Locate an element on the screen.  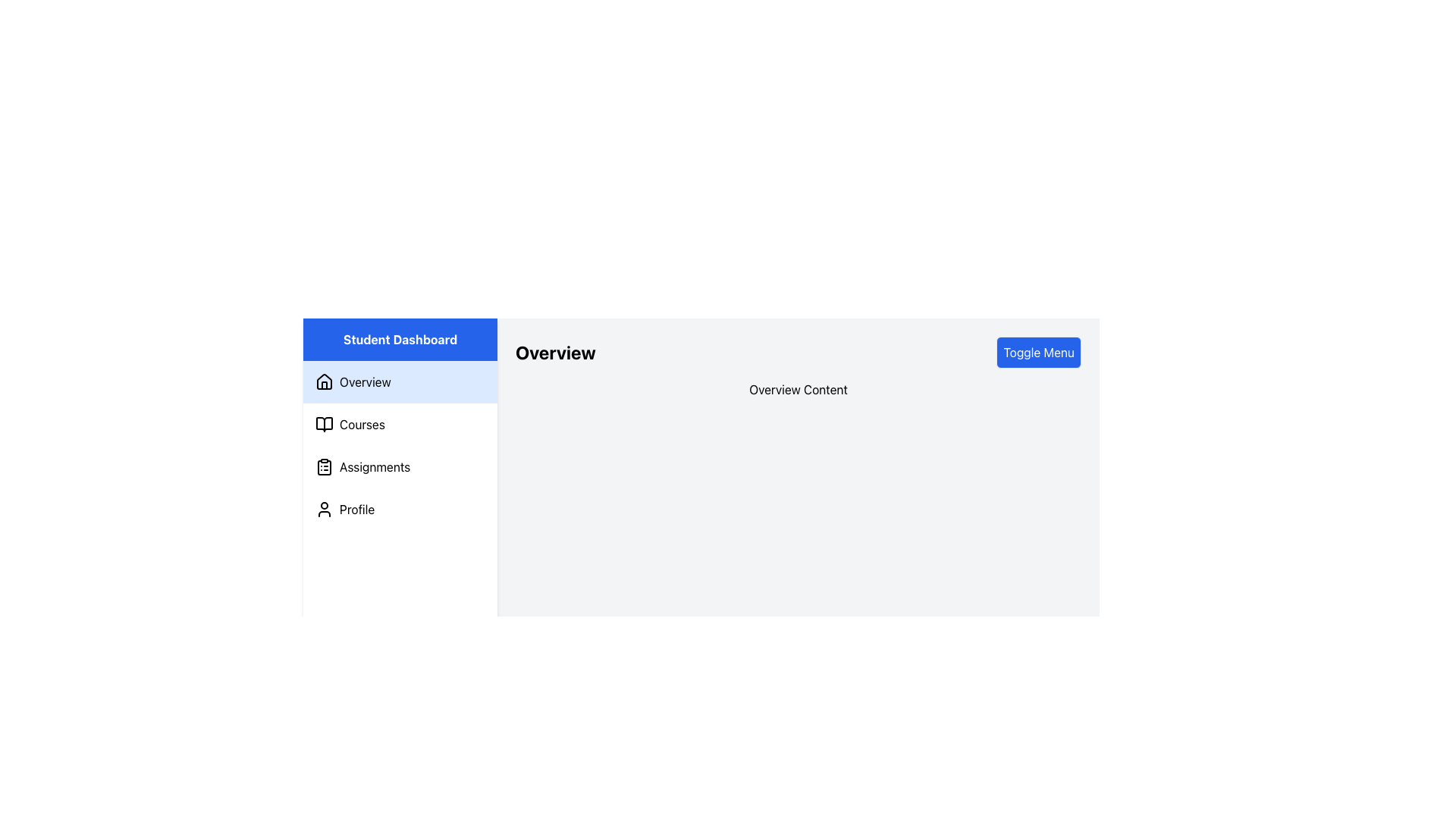
the label for the first menu item in the left navigation panel, located beneath the 'Student Dashboard' heading is located at coordinates (365, 381).